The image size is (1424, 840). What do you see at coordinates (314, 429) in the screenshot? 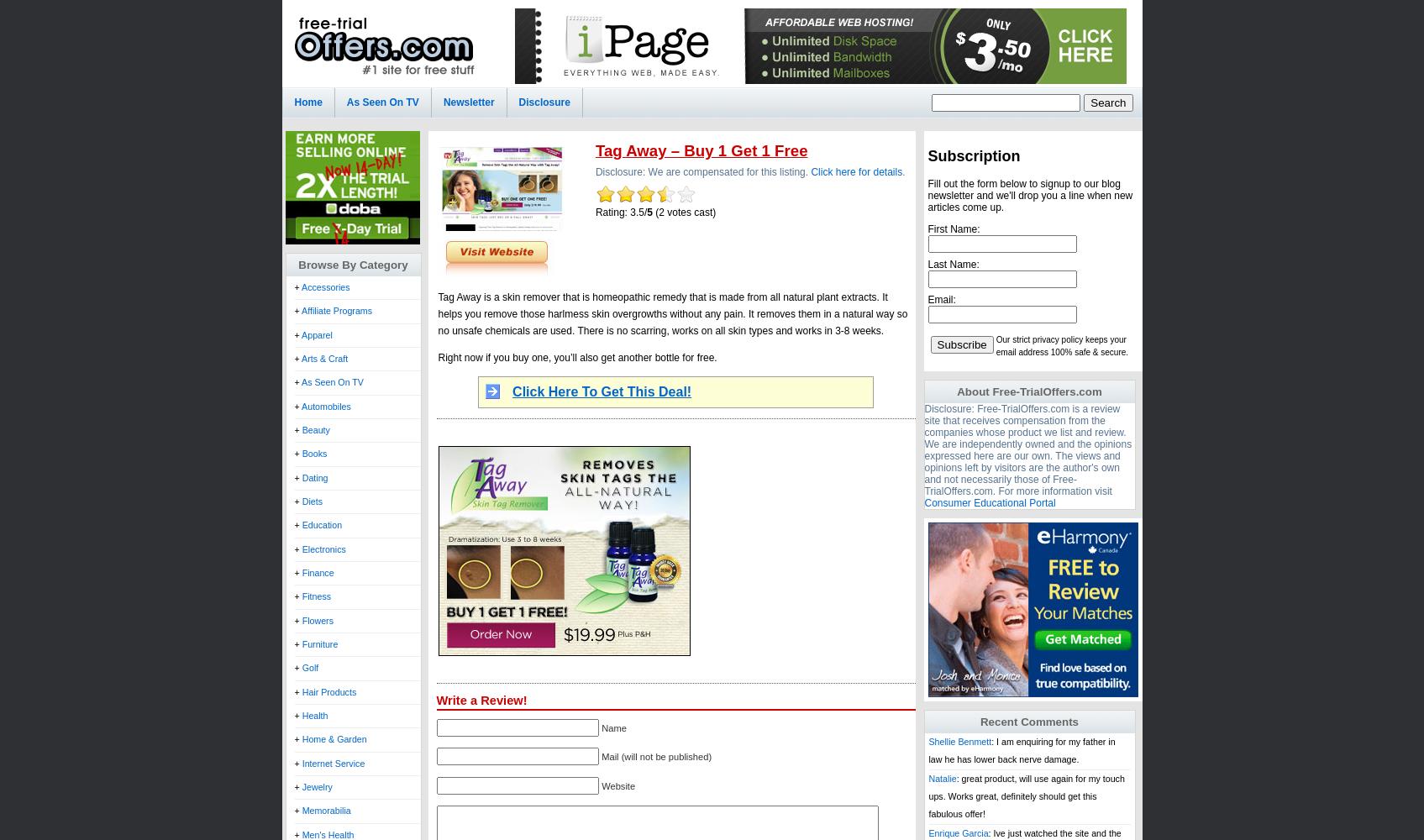
I see `'Beauty'` at bounding box center [314, 429].